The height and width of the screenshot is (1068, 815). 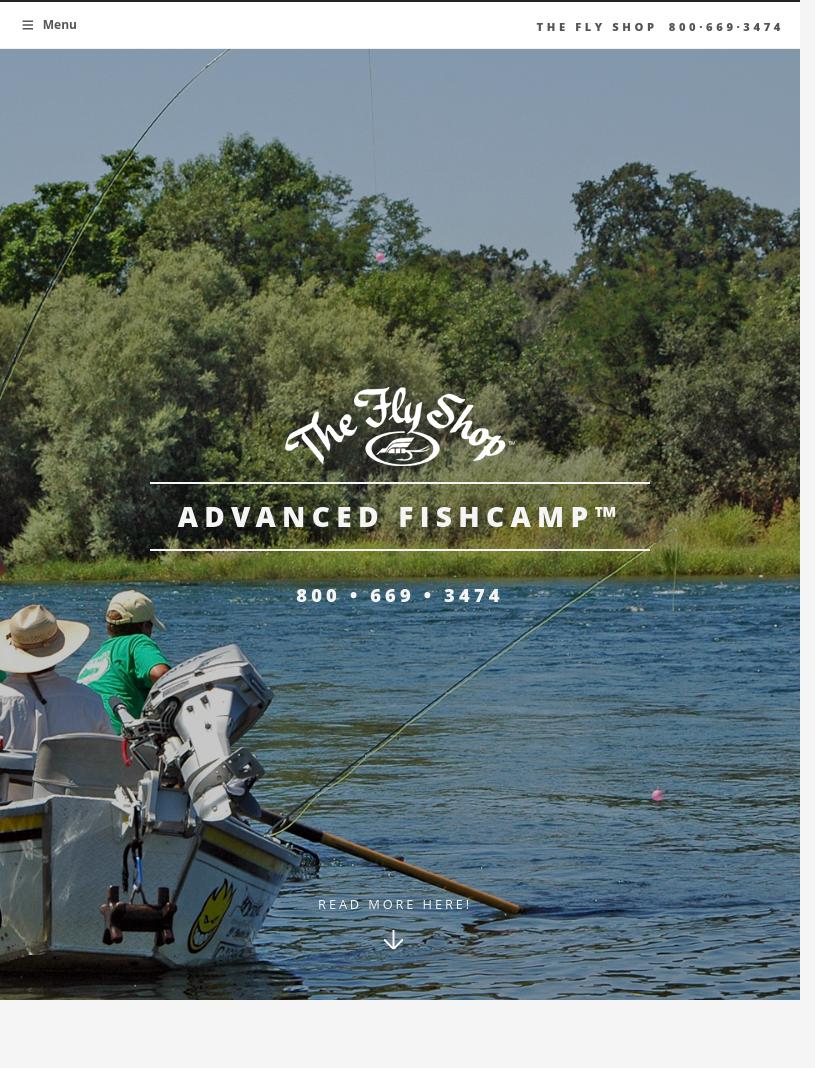 I want to click on 'Stream Report', so click(x=219, y=248).